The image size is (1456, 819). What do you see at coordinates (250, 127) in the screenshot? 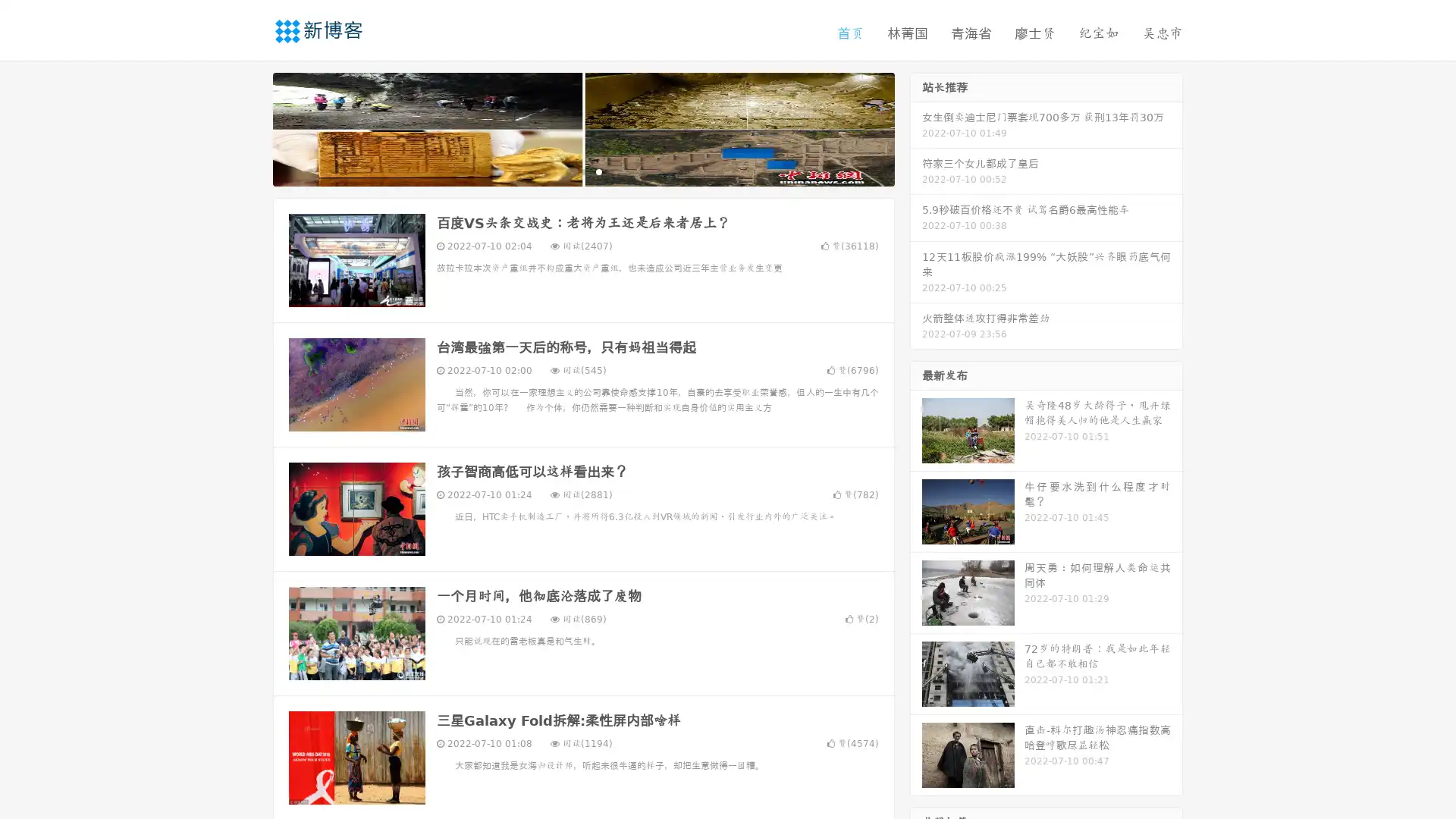
I see `Previous slide` at bounding box center [250, 127].